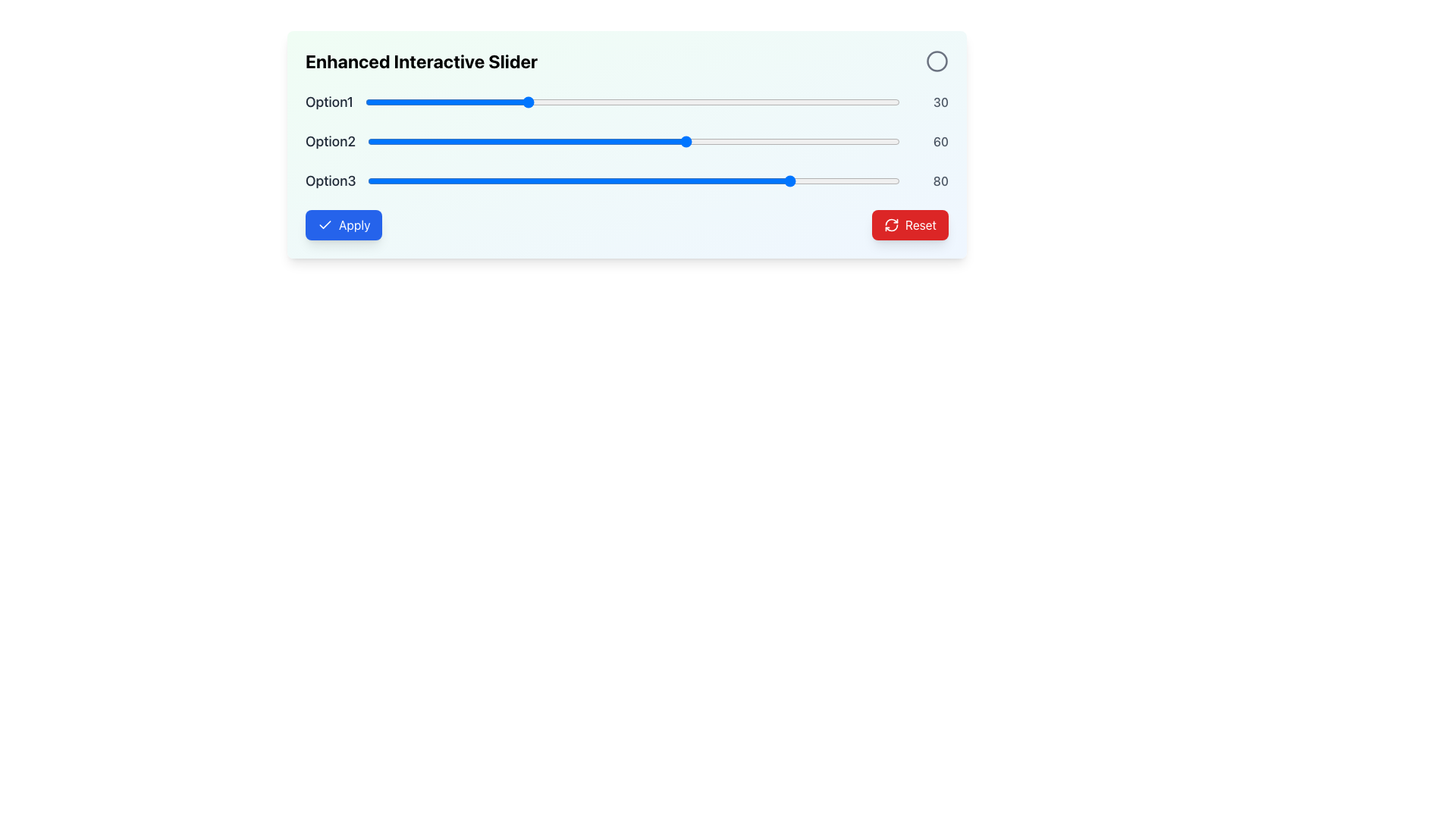 Image resolution: width=1456 pixels, height=819 pixels. I want to click on the thumb control of the Range slider located in the second row of options labeled 'Option2', so click(633, 141).